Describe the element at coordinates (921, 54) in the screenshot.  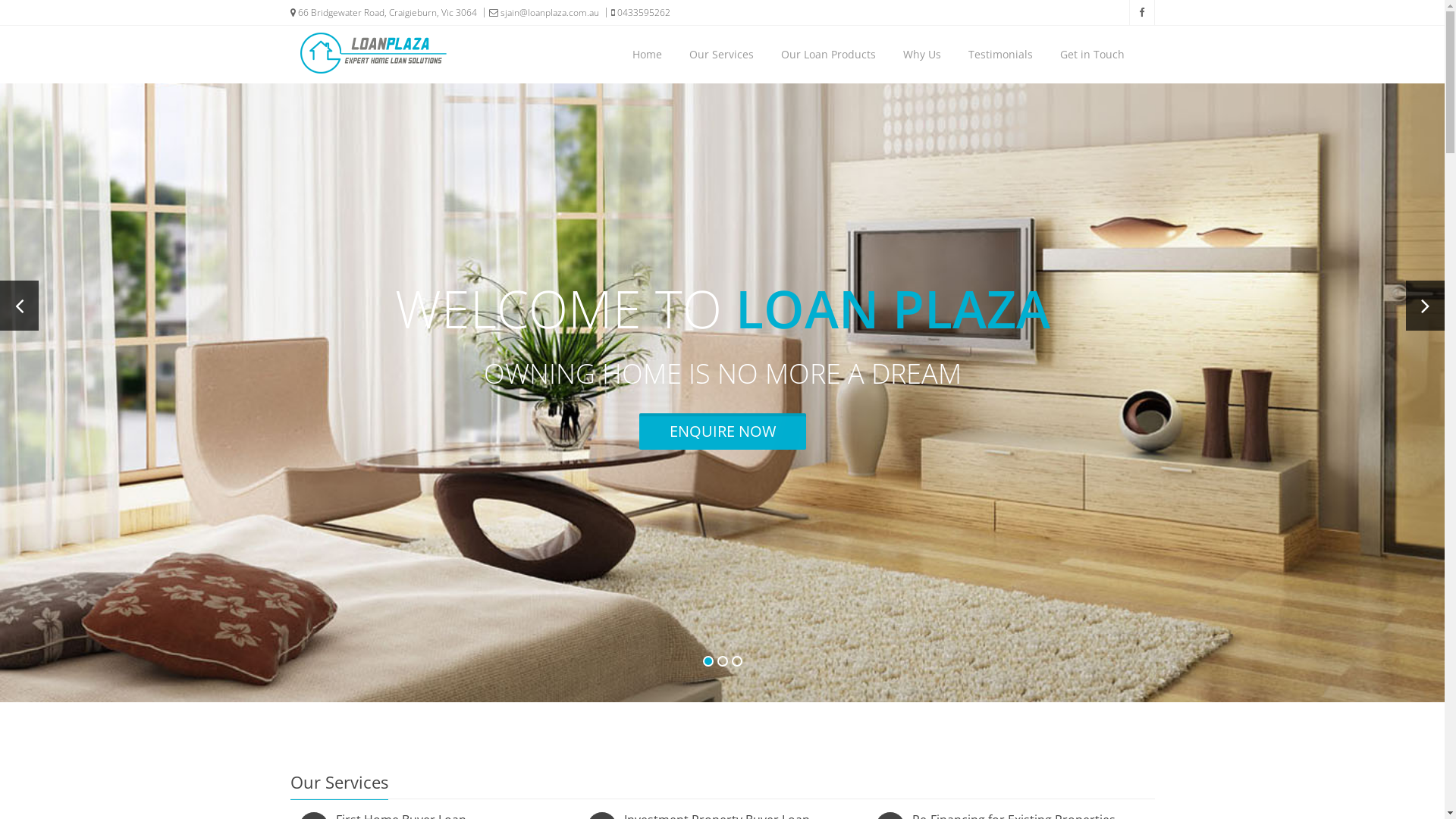
I see `'Why Us'` at that location.